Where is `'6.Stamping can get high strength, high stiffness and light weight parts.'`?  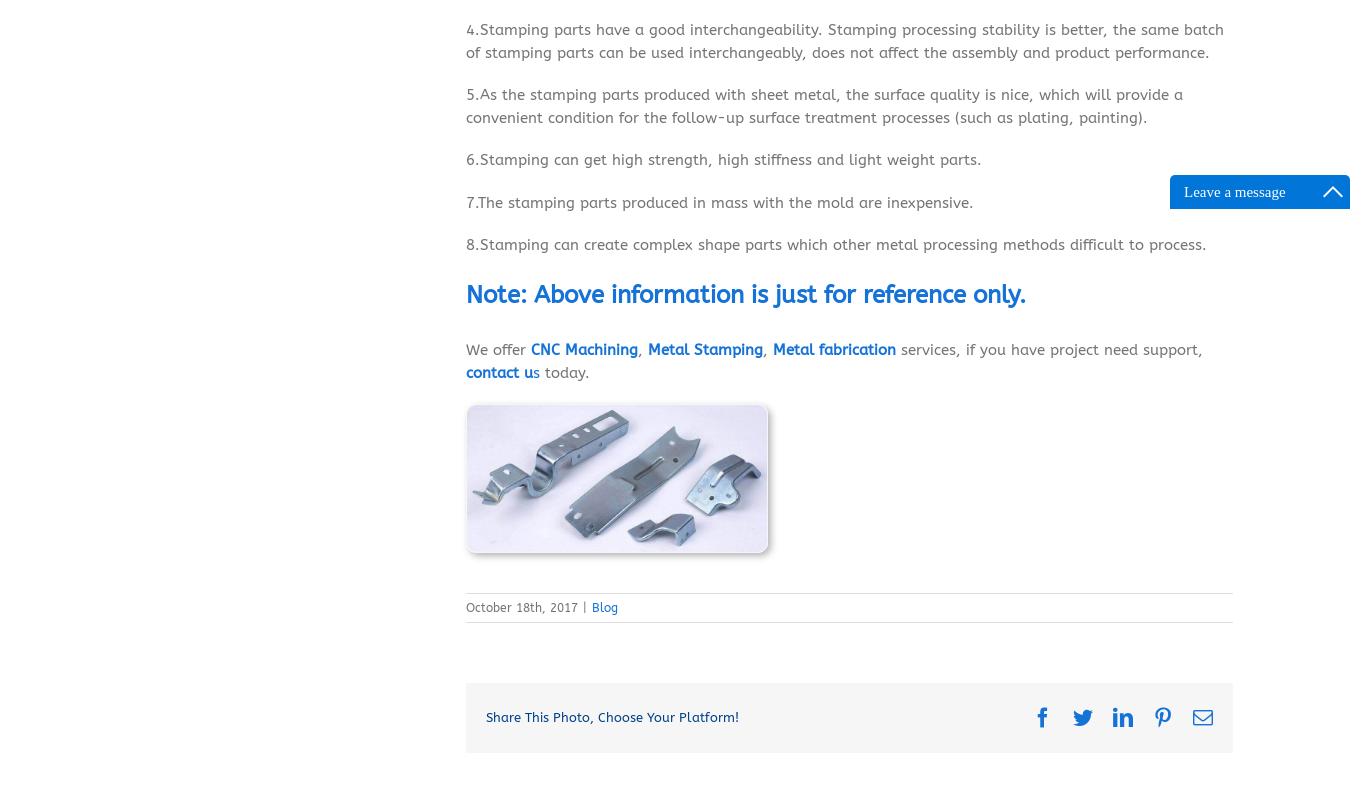 '6.Stamping can get high strength, high stiffness and light weight parts.' is located at coordinates (723, 160).